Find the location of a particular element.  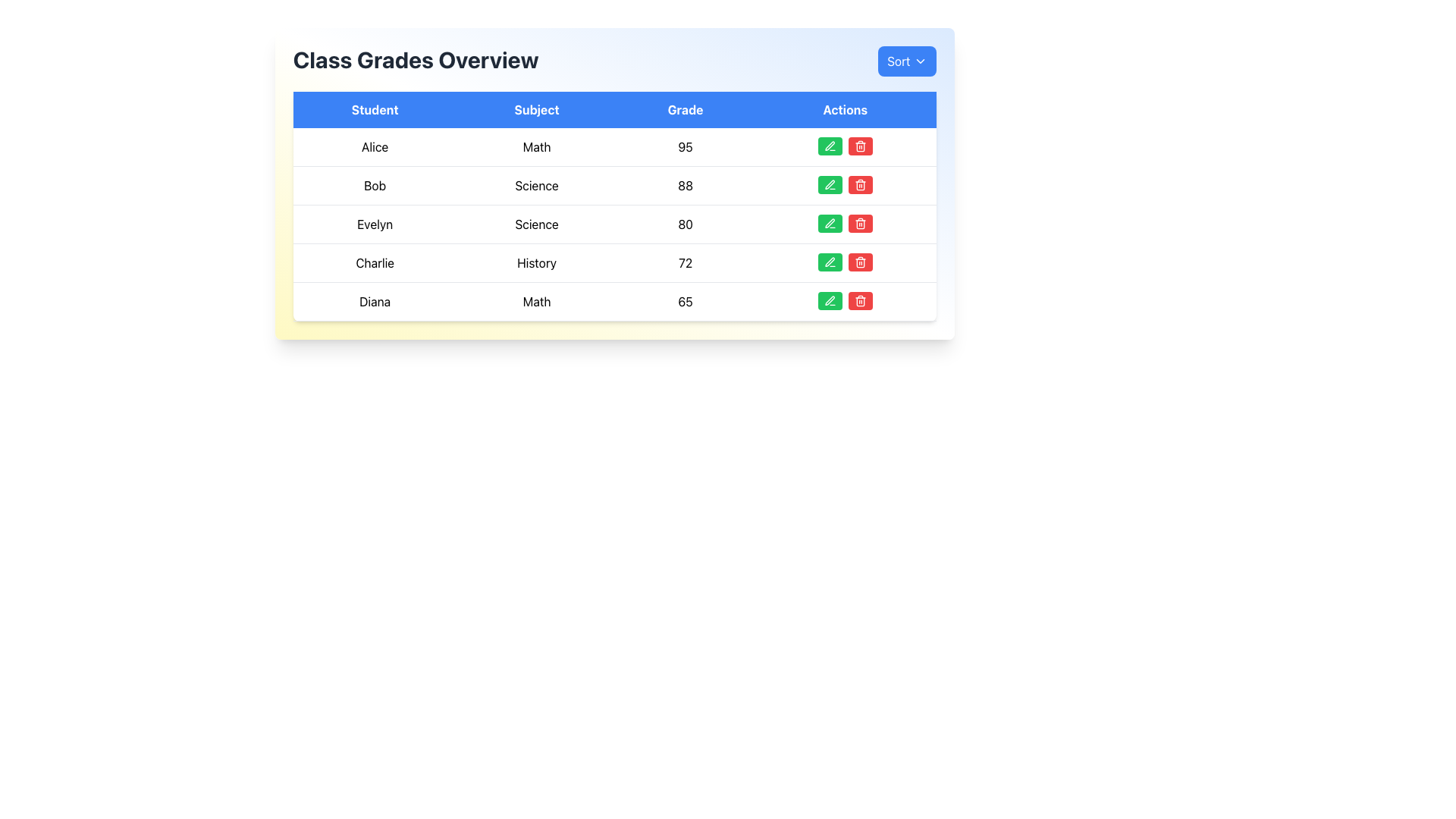

header text from the first tab labeled 'Student' which has a bright blue background and white bold text is located at coordinates (375, 109).